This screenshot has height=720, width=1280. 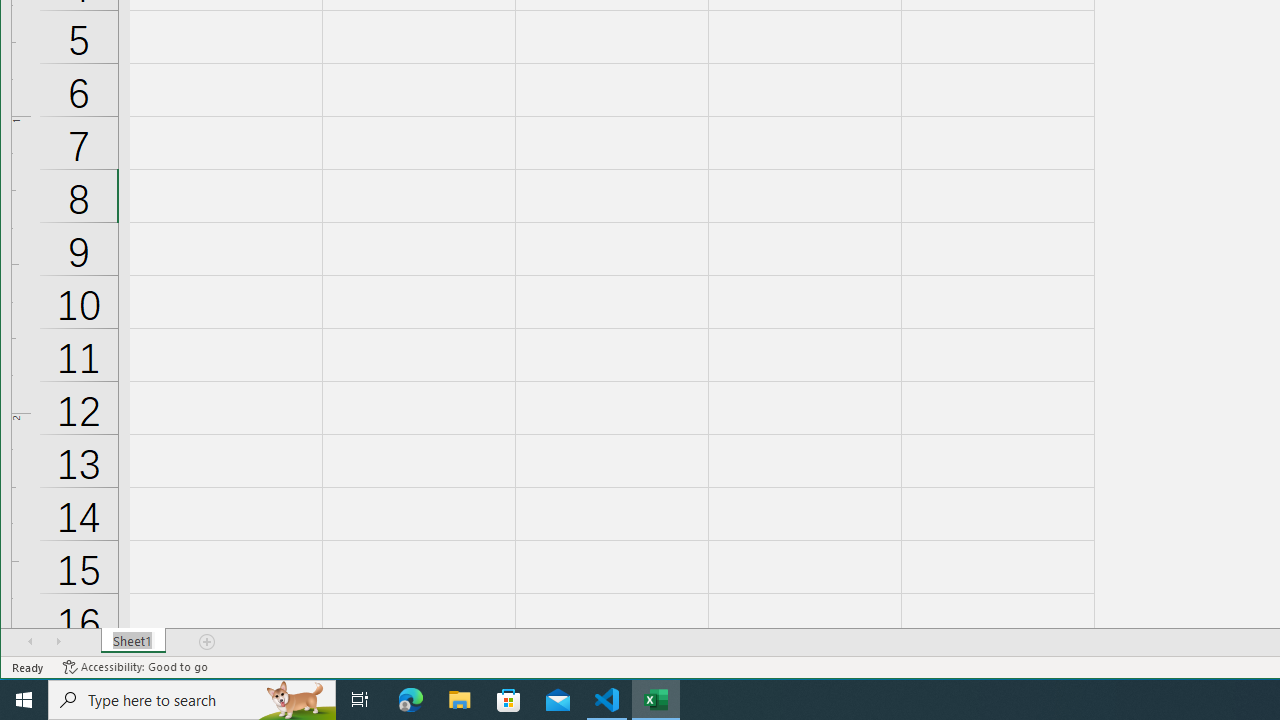 I want to click on 'Start', so click(x=24, y=698).